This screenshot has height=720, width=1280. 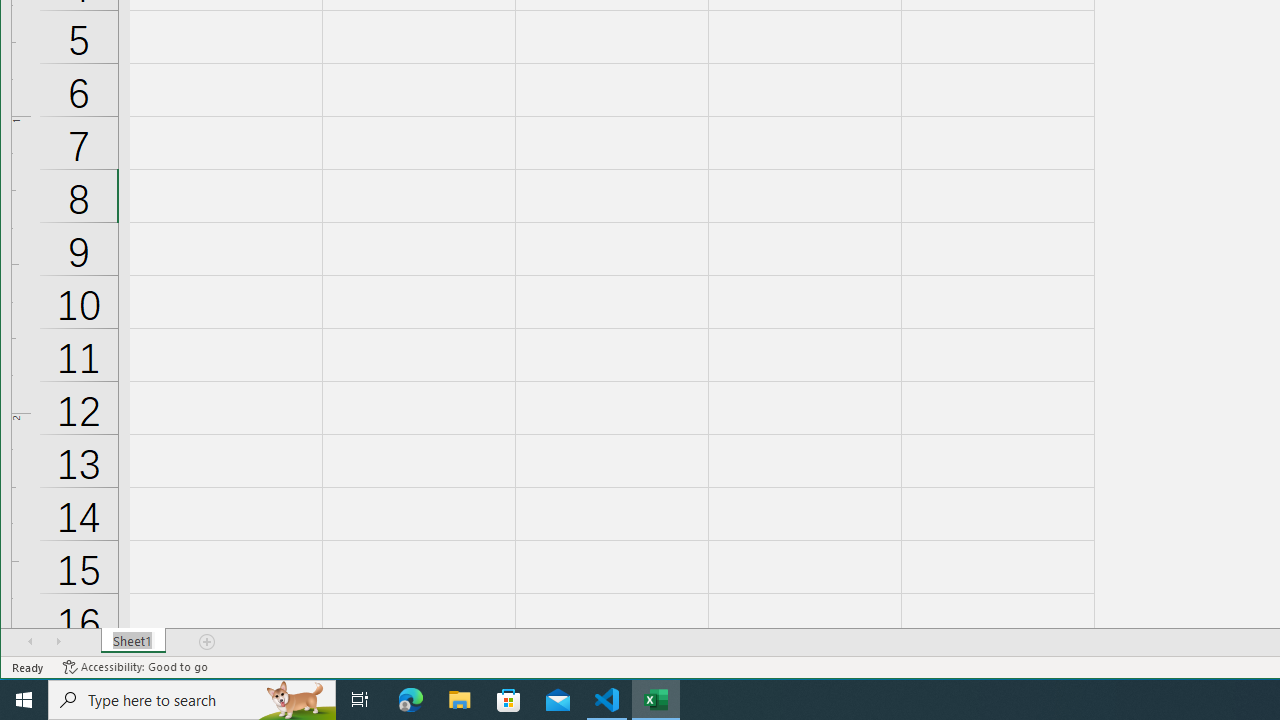 I want to click on 'Start', so click(x=24, y=698).